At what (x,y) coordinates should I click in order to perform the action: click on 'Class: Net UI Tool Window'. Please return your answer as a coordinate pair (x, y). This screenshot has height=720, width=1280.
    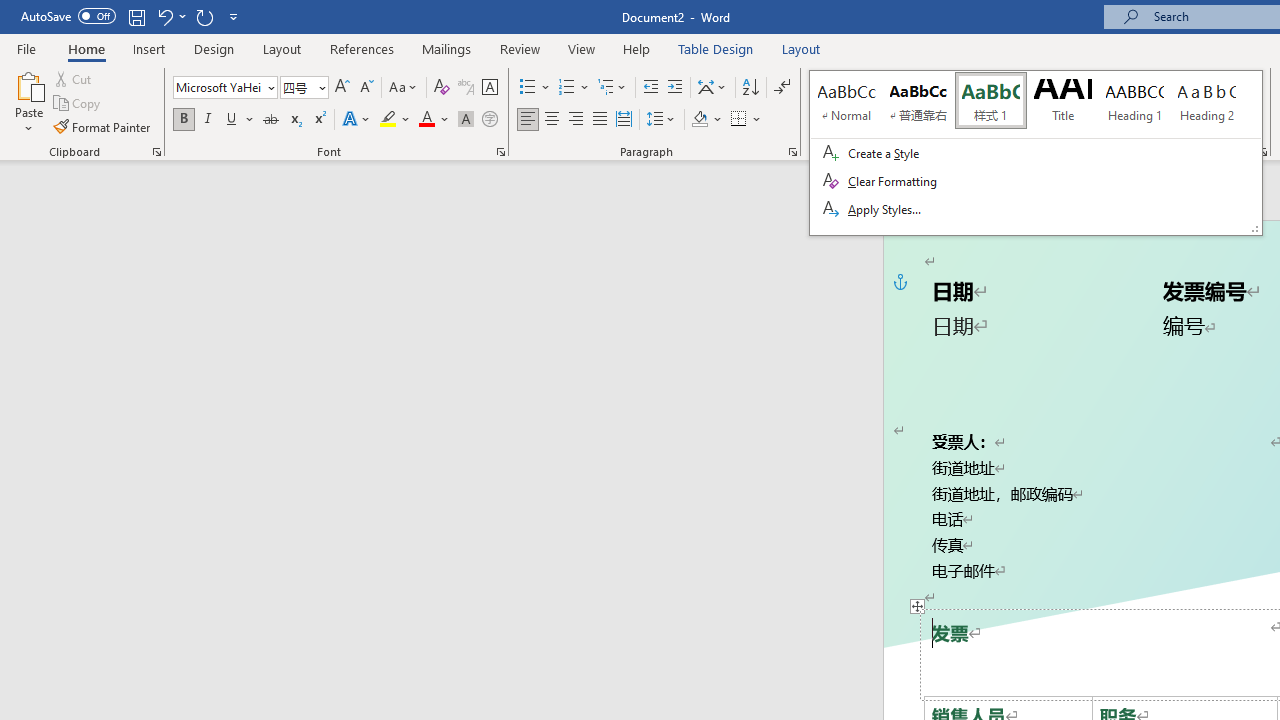
    Looking at the image, I should click on (1036, 152).